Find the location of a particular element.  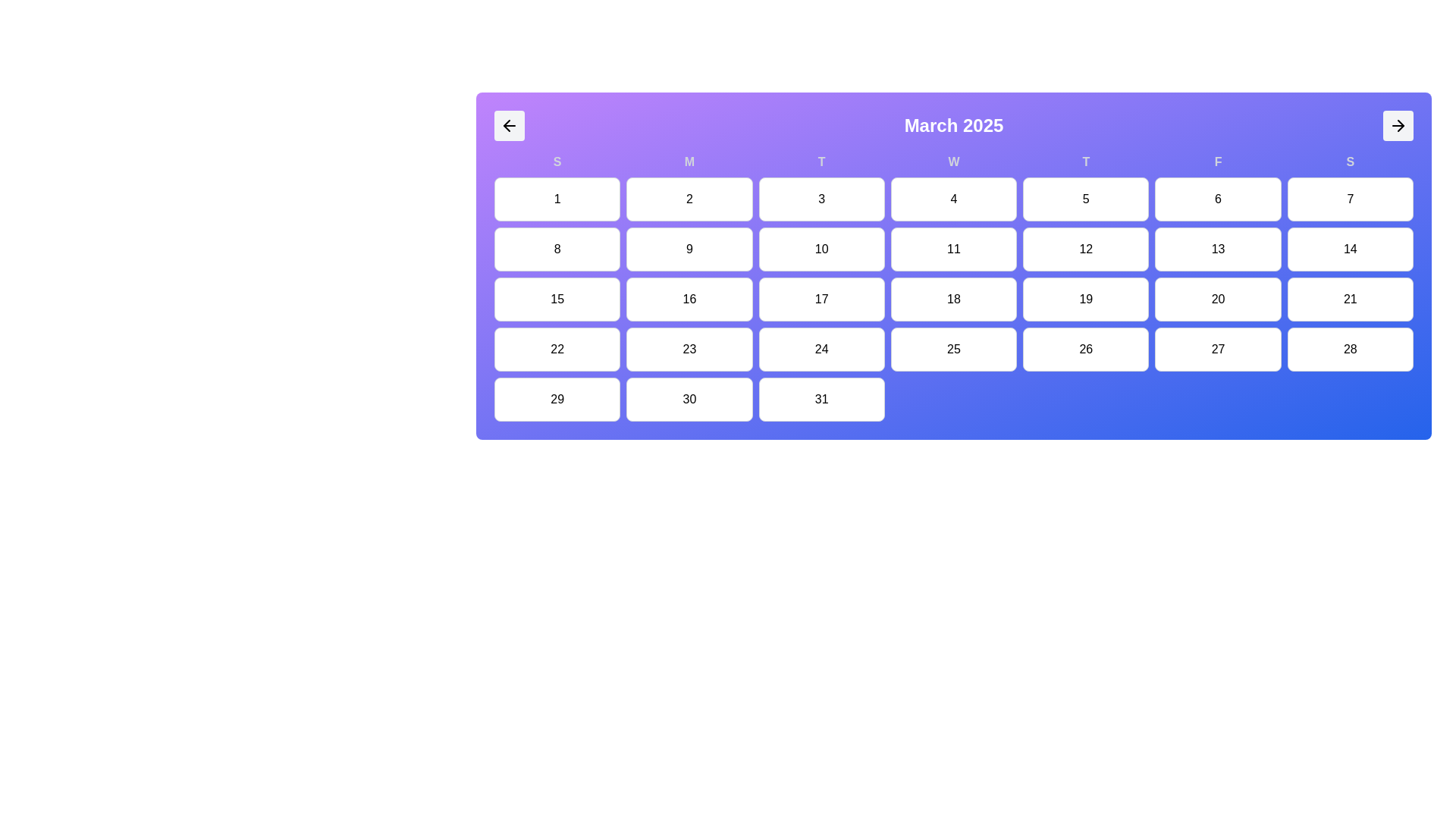

the button representing day 20 in the calendar grid, located under the Friday (F) header is located at coordinates (1218, 299).